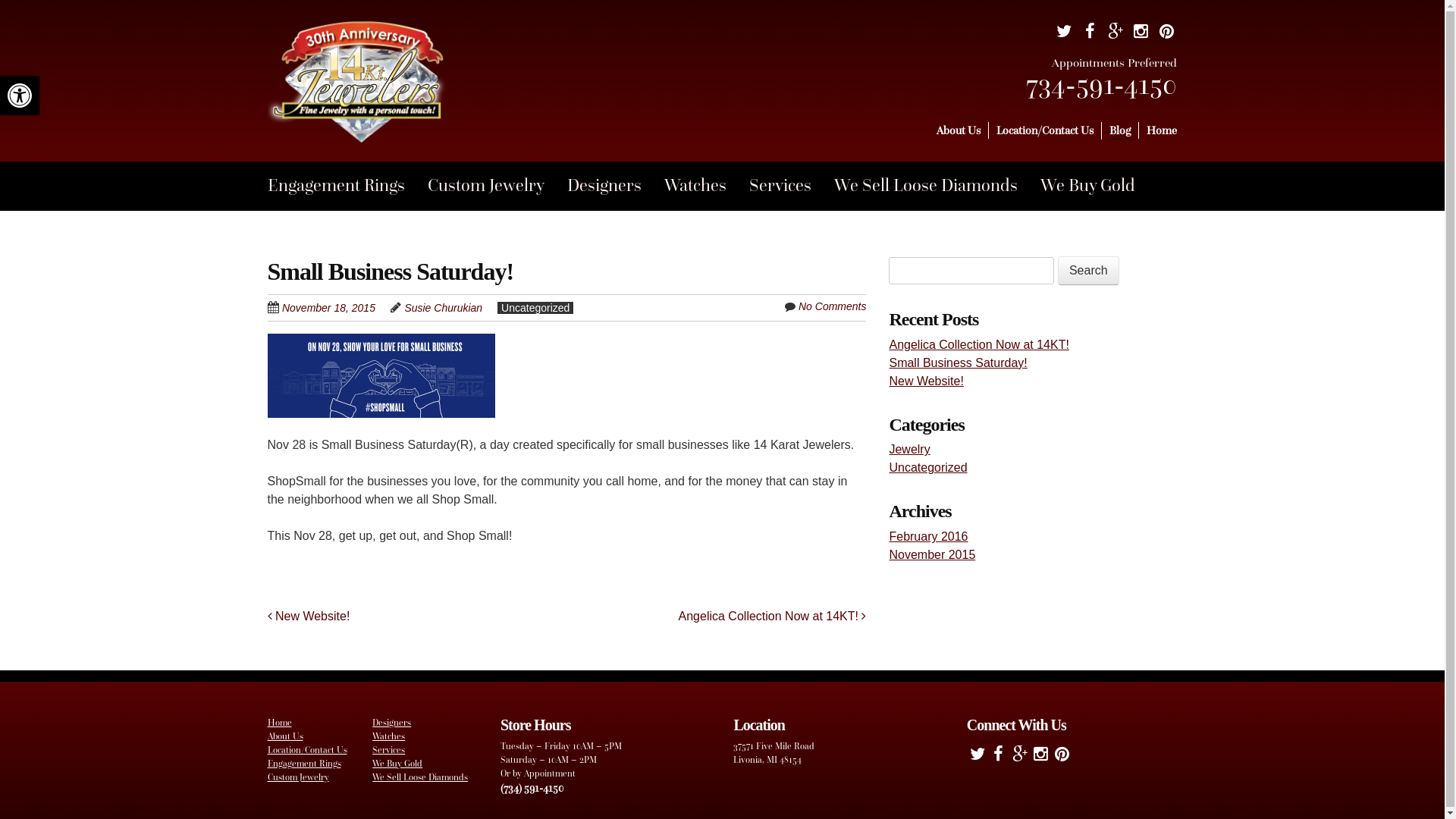 This screenshot has height=819, width=1456. I want to click on 'Connect with me on Google+', so click(1115, 34).